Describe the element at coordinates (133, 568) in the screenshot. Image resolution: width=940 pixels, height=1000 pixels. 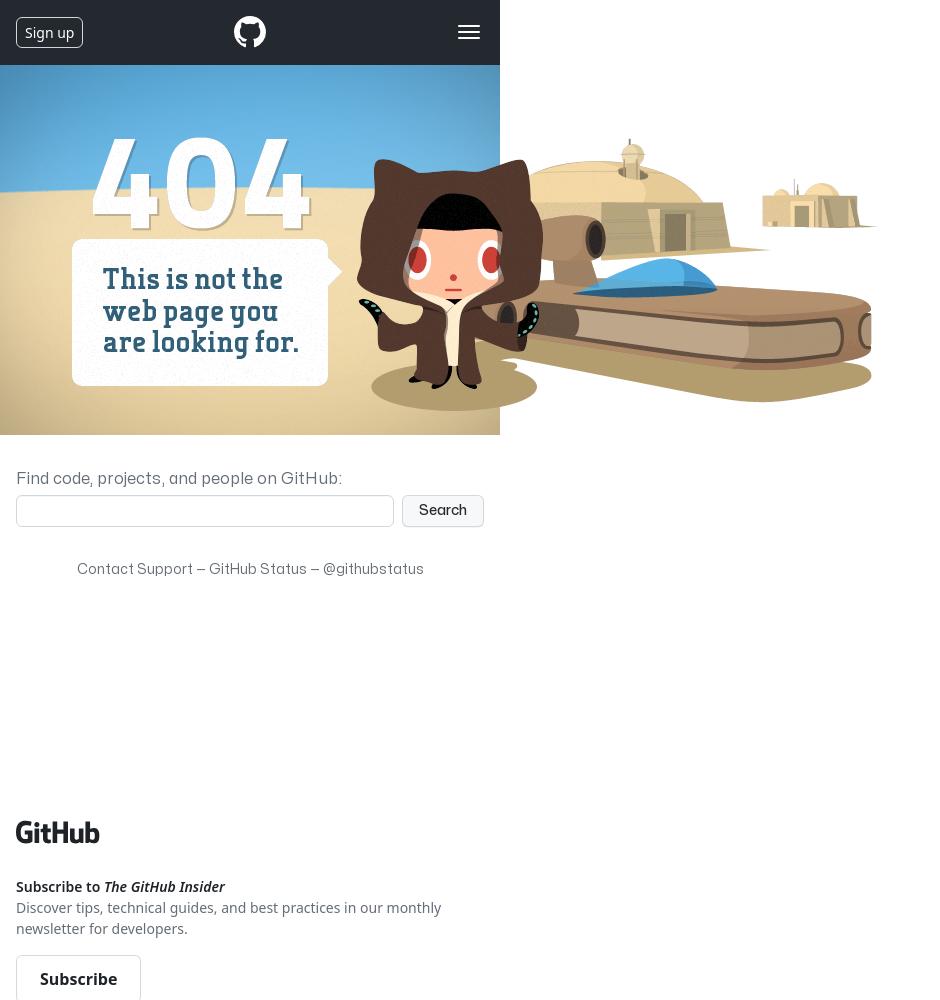
I see `'Contact Support'` at that location.